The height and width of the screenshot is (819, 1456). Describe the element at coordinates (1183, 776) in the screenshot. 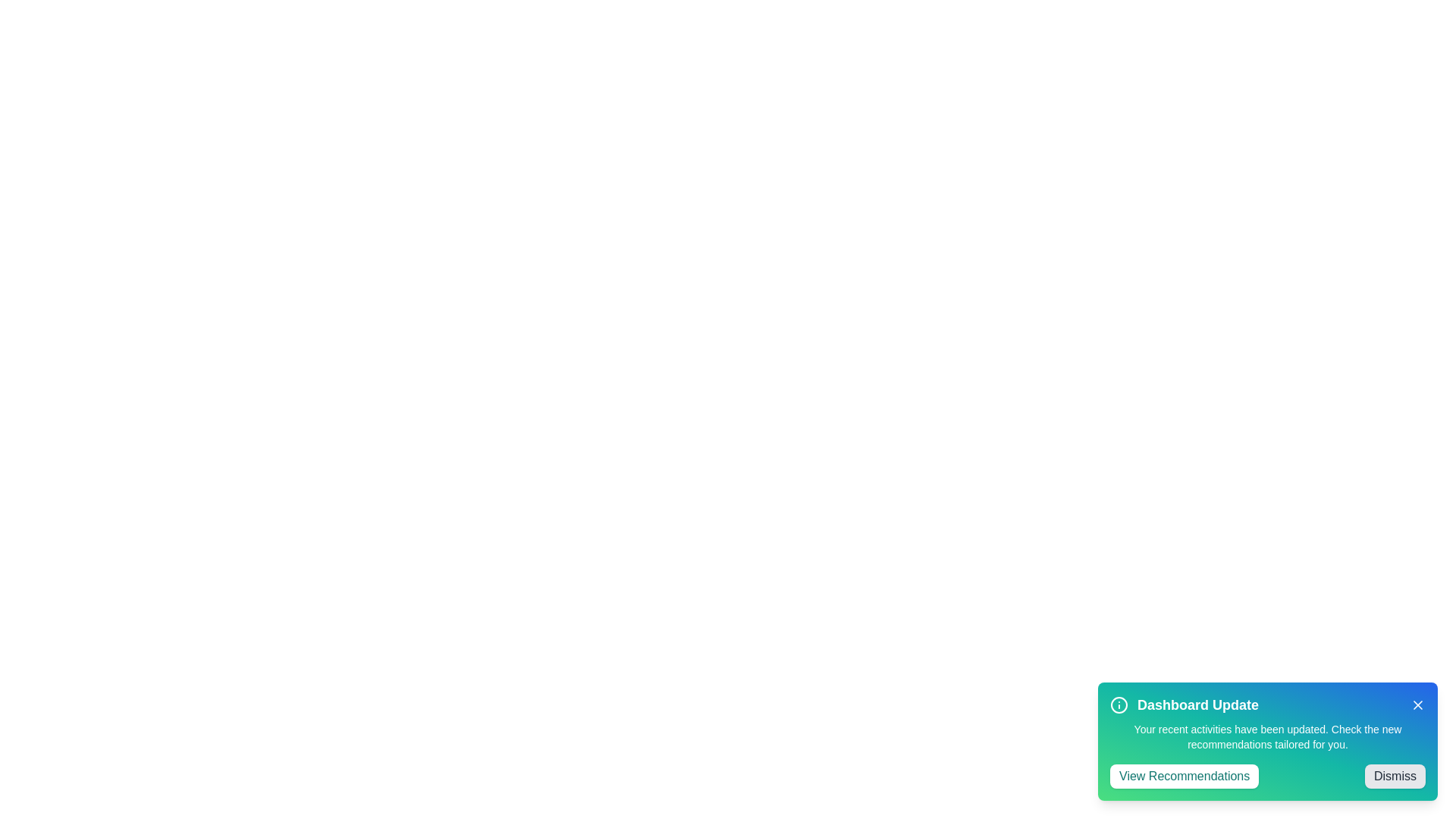

I see `'View Recommendations' button` at that location.